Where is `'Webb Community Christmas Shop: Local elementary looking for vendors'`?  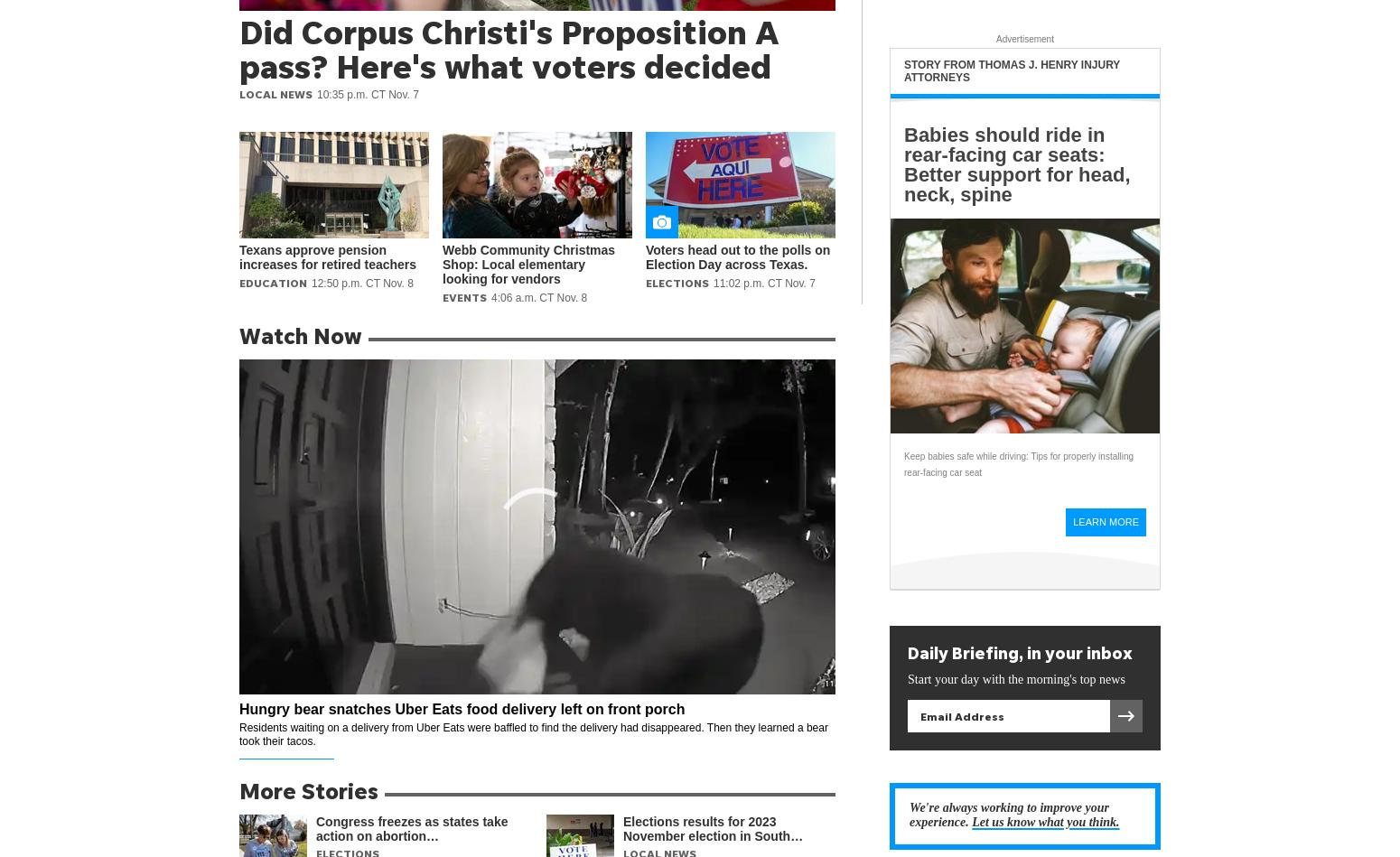
'Webb Community Christmas Shop: Local elementary looking for vendors' is located at coordinates (528, 263).